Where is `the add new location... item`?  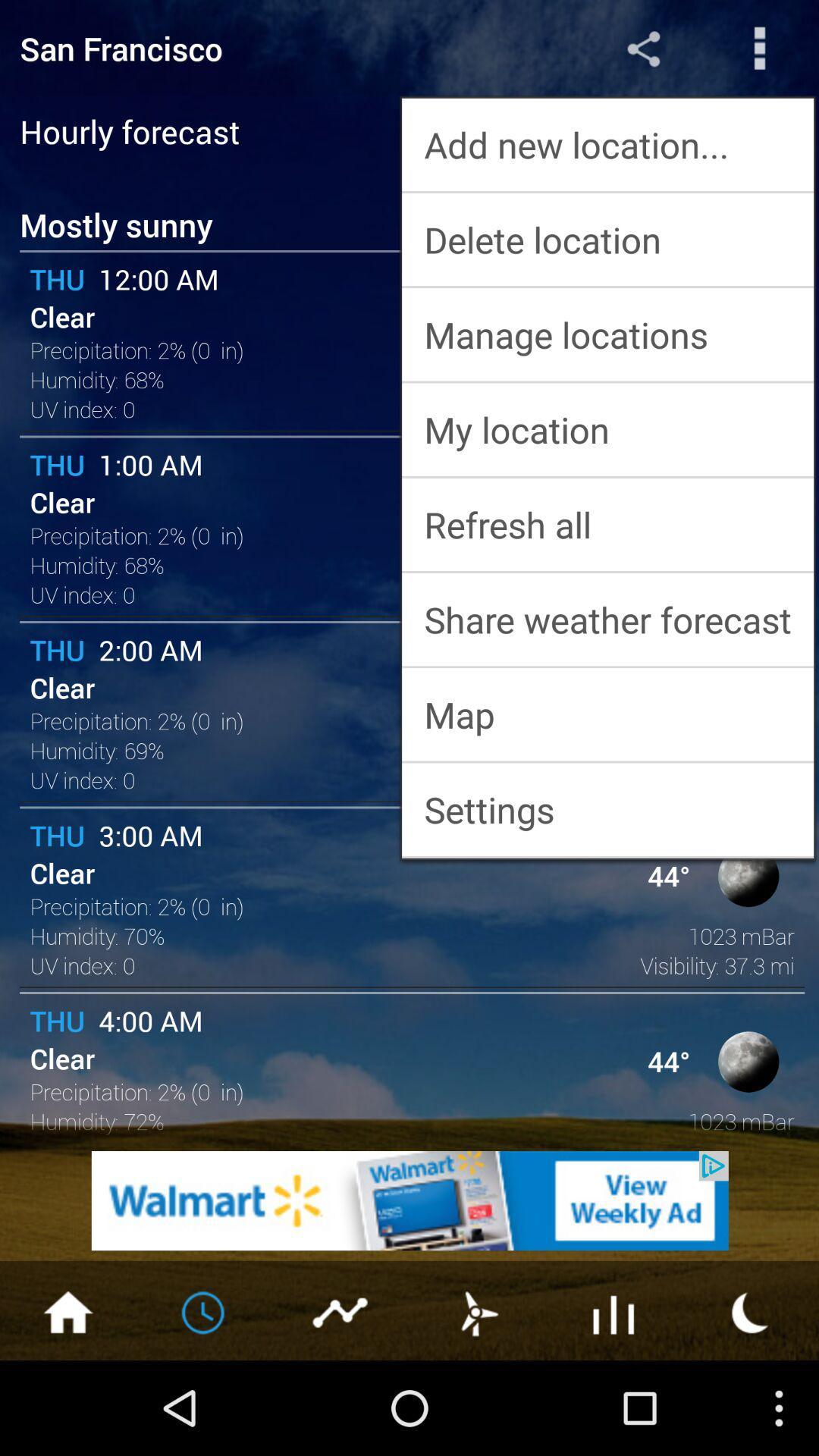
the add new location... item is located at coordinates (607, 144).